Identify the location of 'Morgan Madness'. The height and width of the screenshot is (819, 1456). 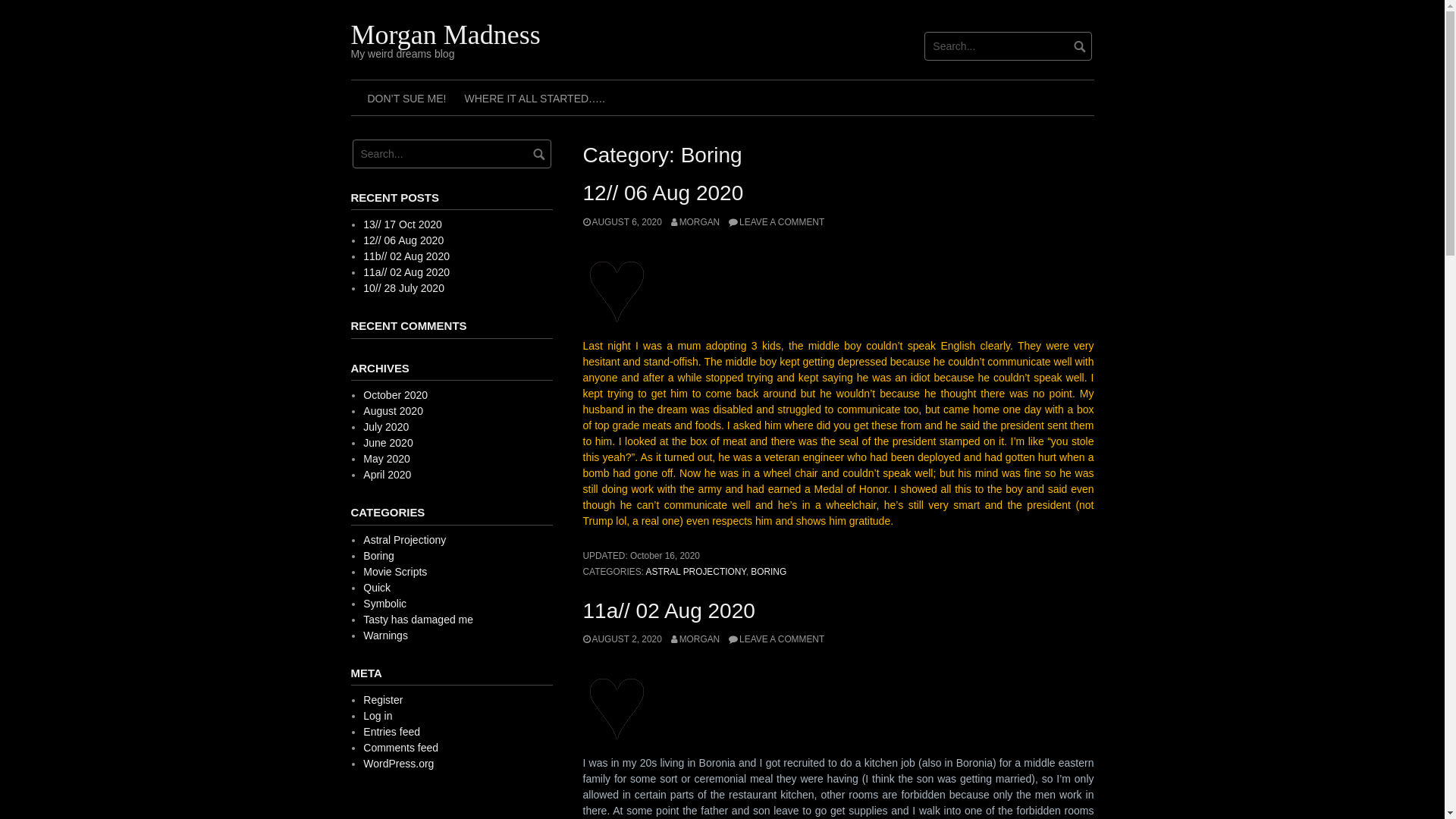
(444, 34).